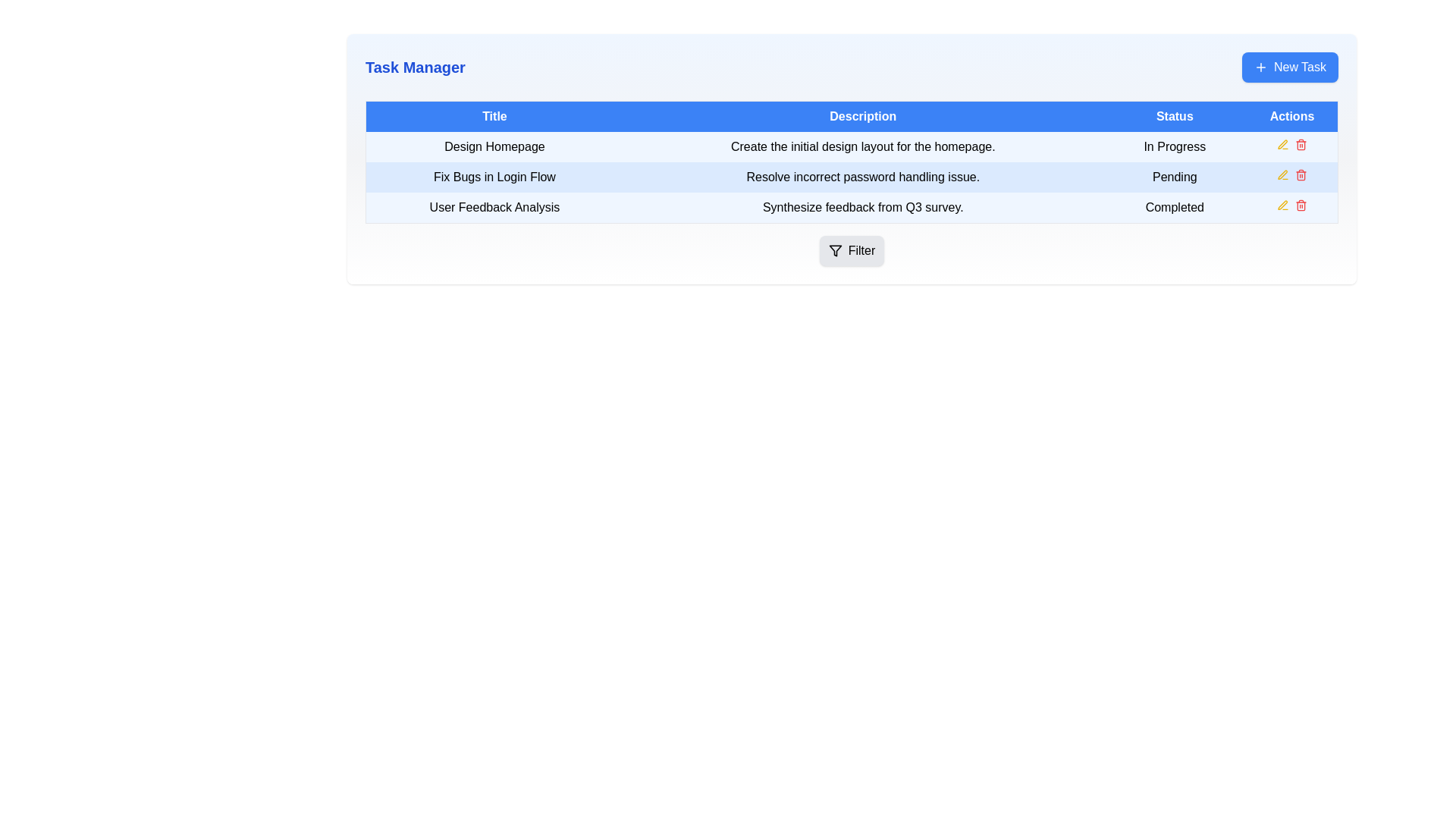 Image resolution: width=1456 pixels, height=819 pixels. I want to click on text from the Text Label that describes the task related to synthesizing feedback from a survey conducted in Q3, located in the third row of the table in the 'Description' column, so click(863, 208).